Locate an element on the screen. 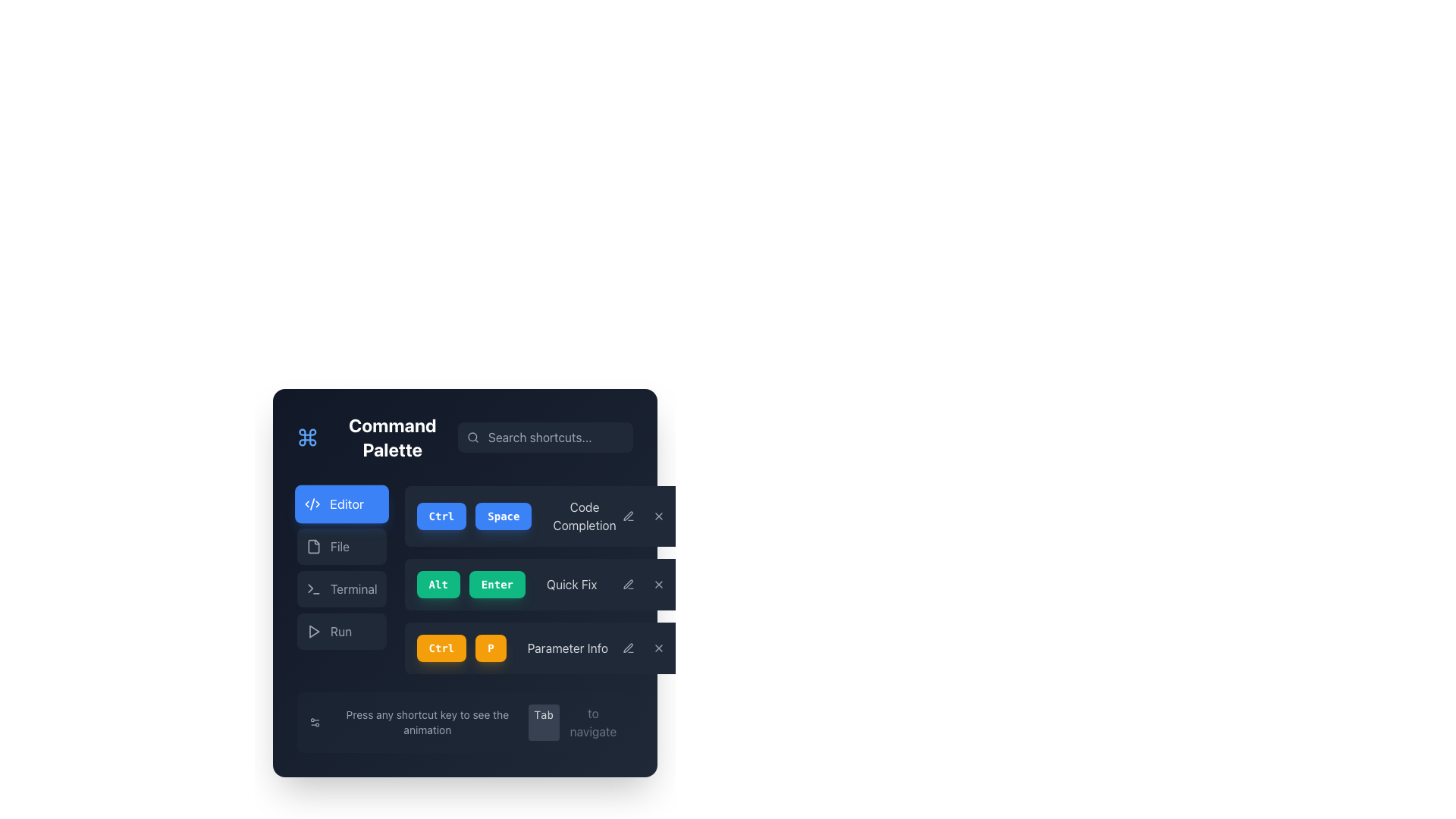 The width and height of the screenshot is (1456, 819). the 'Tab' text label styled as a button, which serves as an indicator for keyboard navigation functionality, located in the bottom-right area of the dark-themed user interface is located at coordinates (543, 721).